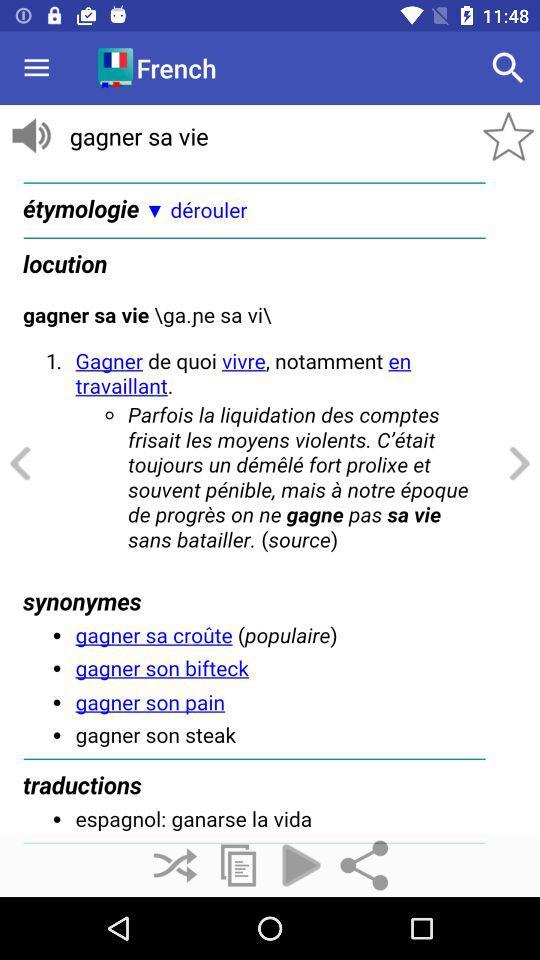  Describe the element at coordinates (270, 500) in the screenshot. I see `page` at that location.